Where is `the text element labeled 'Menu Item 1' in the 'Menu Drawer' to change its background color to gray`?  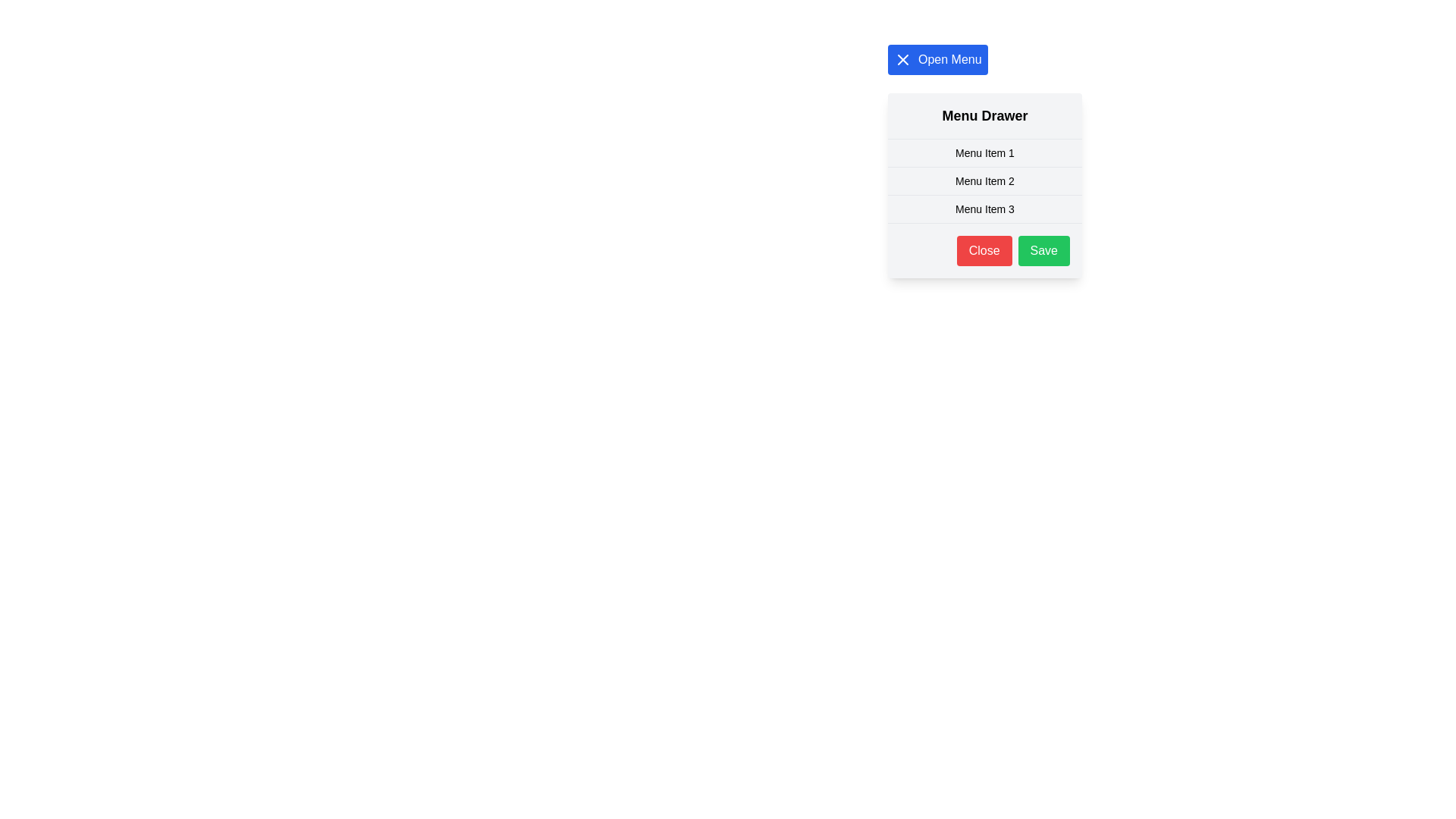
the text element labeled 'Menu Item 1' in the 'Menu Drawer' to change its background color to gray is located at coordinates (985, 153).